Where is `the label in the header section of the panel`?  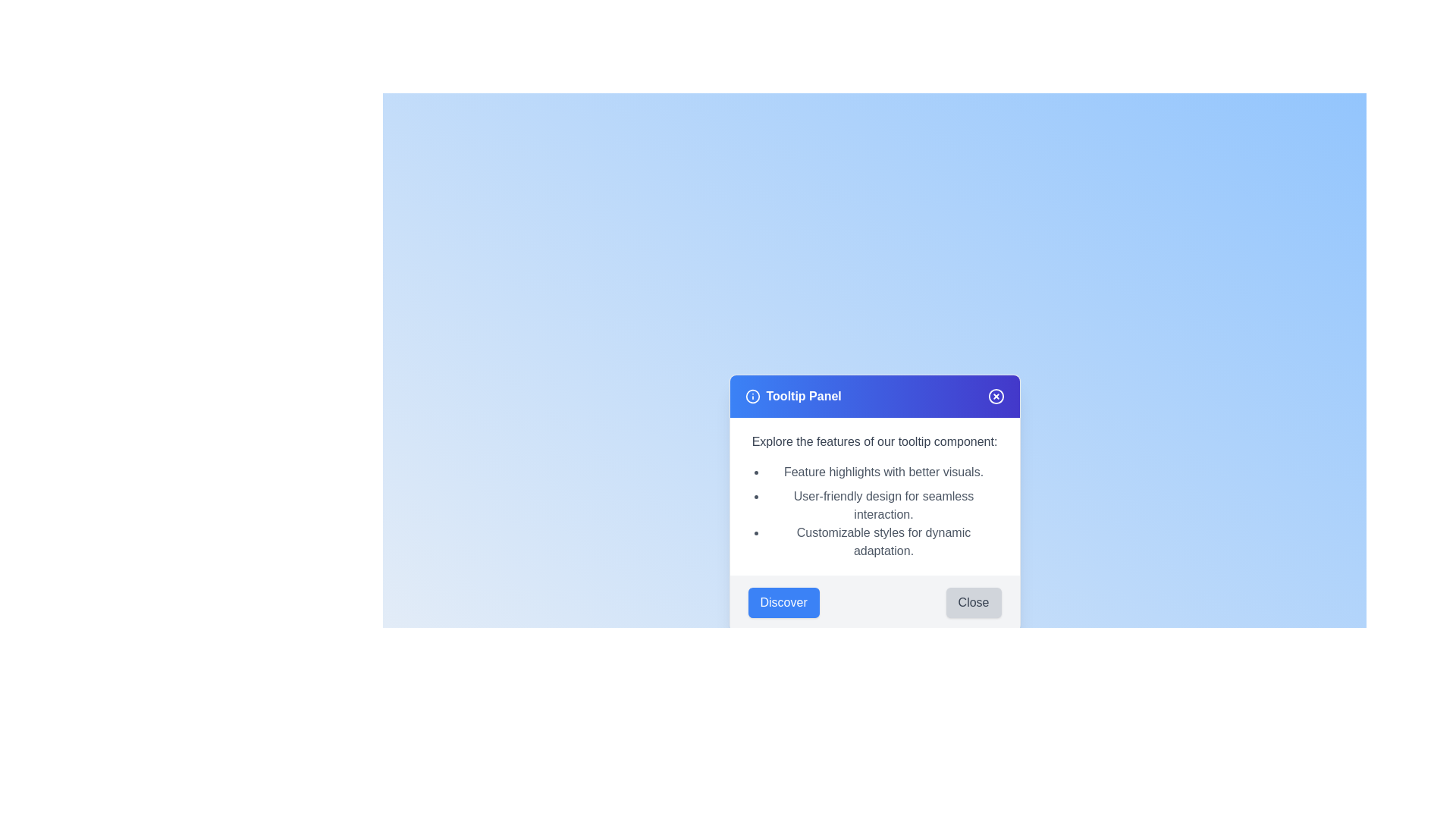 the label in the header section of the panel is located at coordinates (792, 396).